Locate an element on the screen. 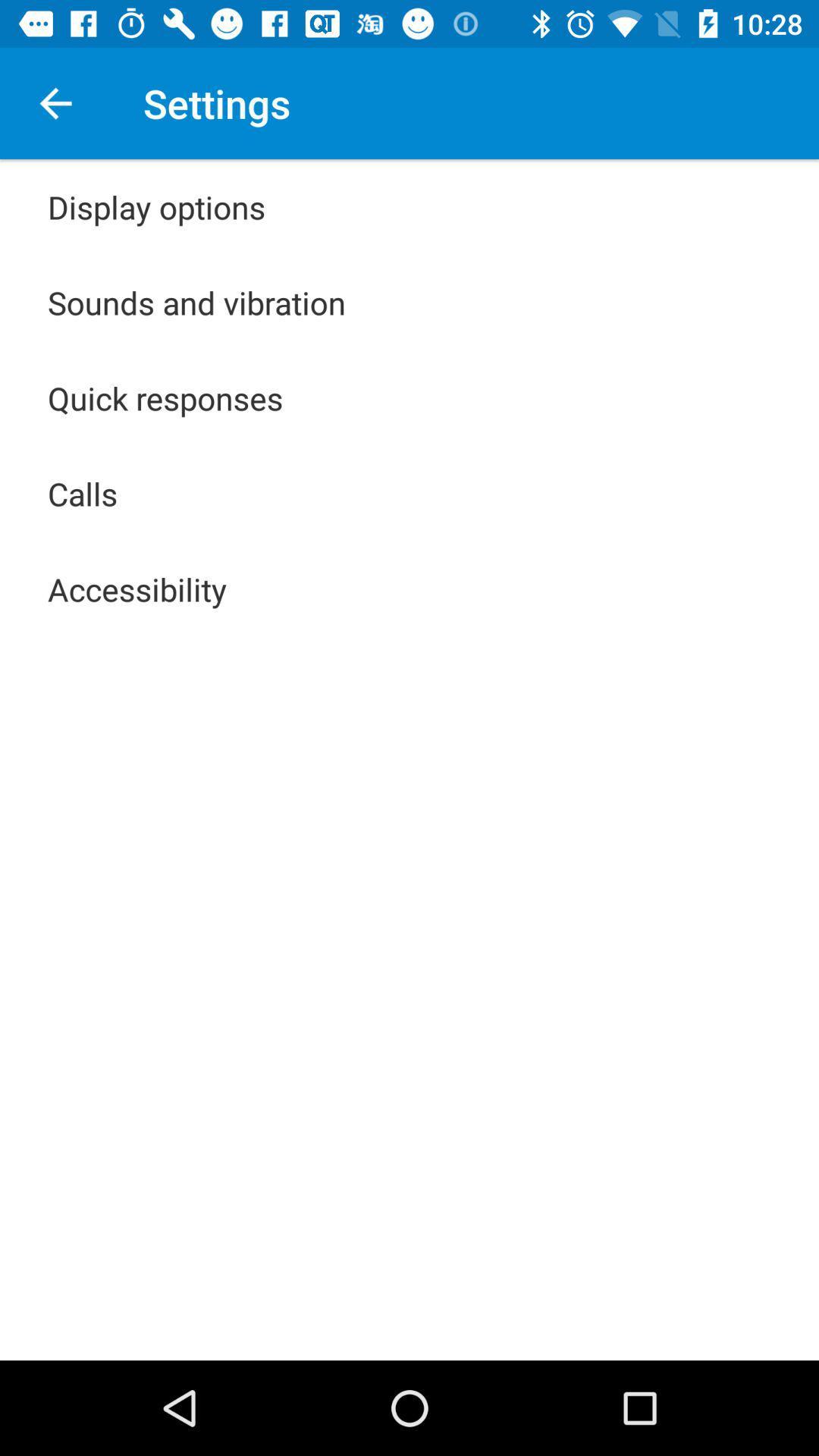  icon above calls app is located at coordinates (165, 397).